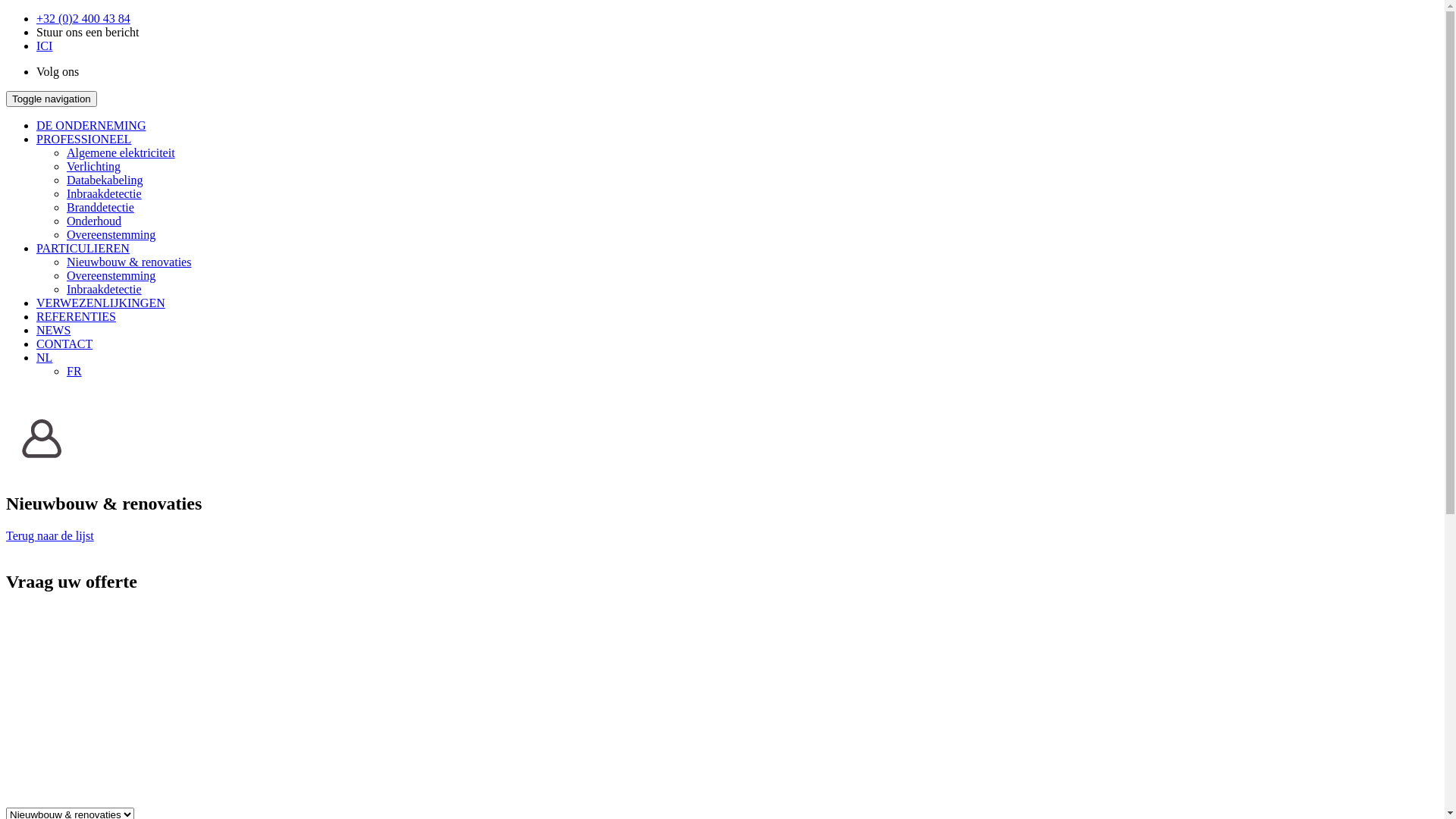 This screenshot has width=1456, height=819. I want to click on 'DE ONDERNEMING', so click(36, 124).